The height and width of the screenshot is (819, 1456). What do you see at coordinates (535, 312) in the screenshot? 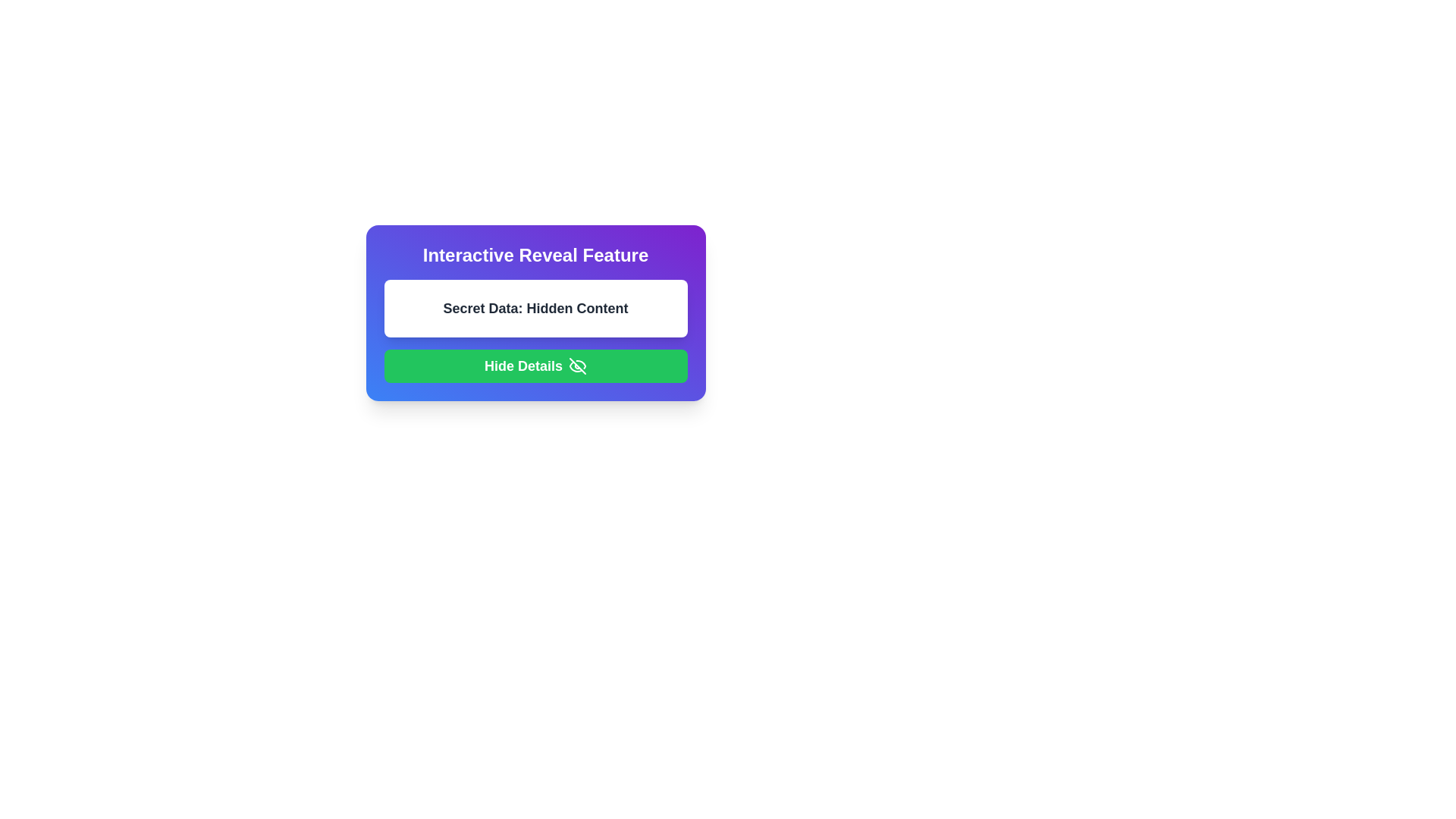
I see `text content from the rectangular section with a gradient background transitioning from blue to purple, which is located below the heading 'Interactive Reveal Feature' and above the 'Hide Details' button` at bounding box center [535, 312].